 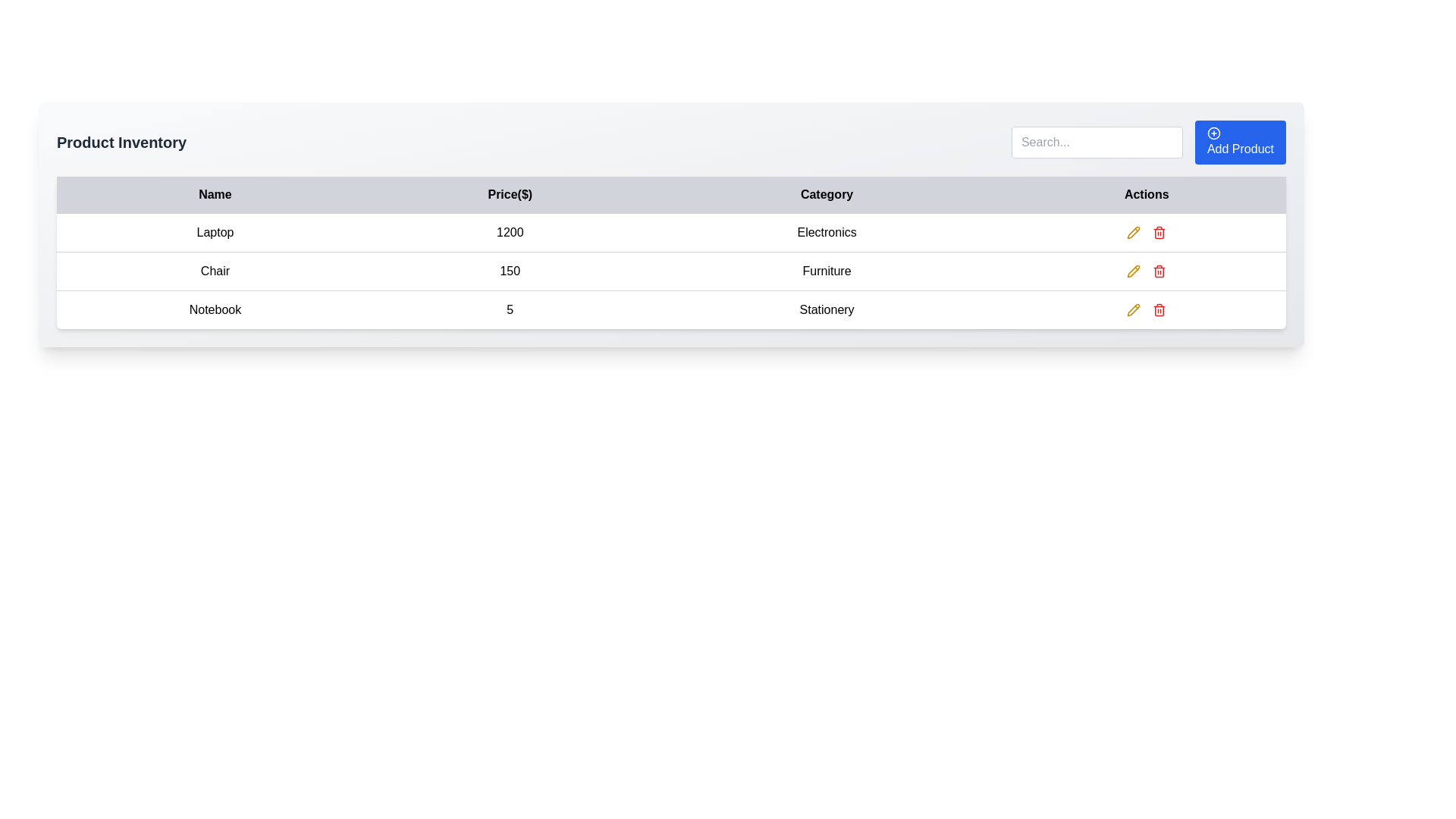 I want to click on the 'Delete' icon in the 'Actions' column of the third row in the table, so click(x=1159, y=310).